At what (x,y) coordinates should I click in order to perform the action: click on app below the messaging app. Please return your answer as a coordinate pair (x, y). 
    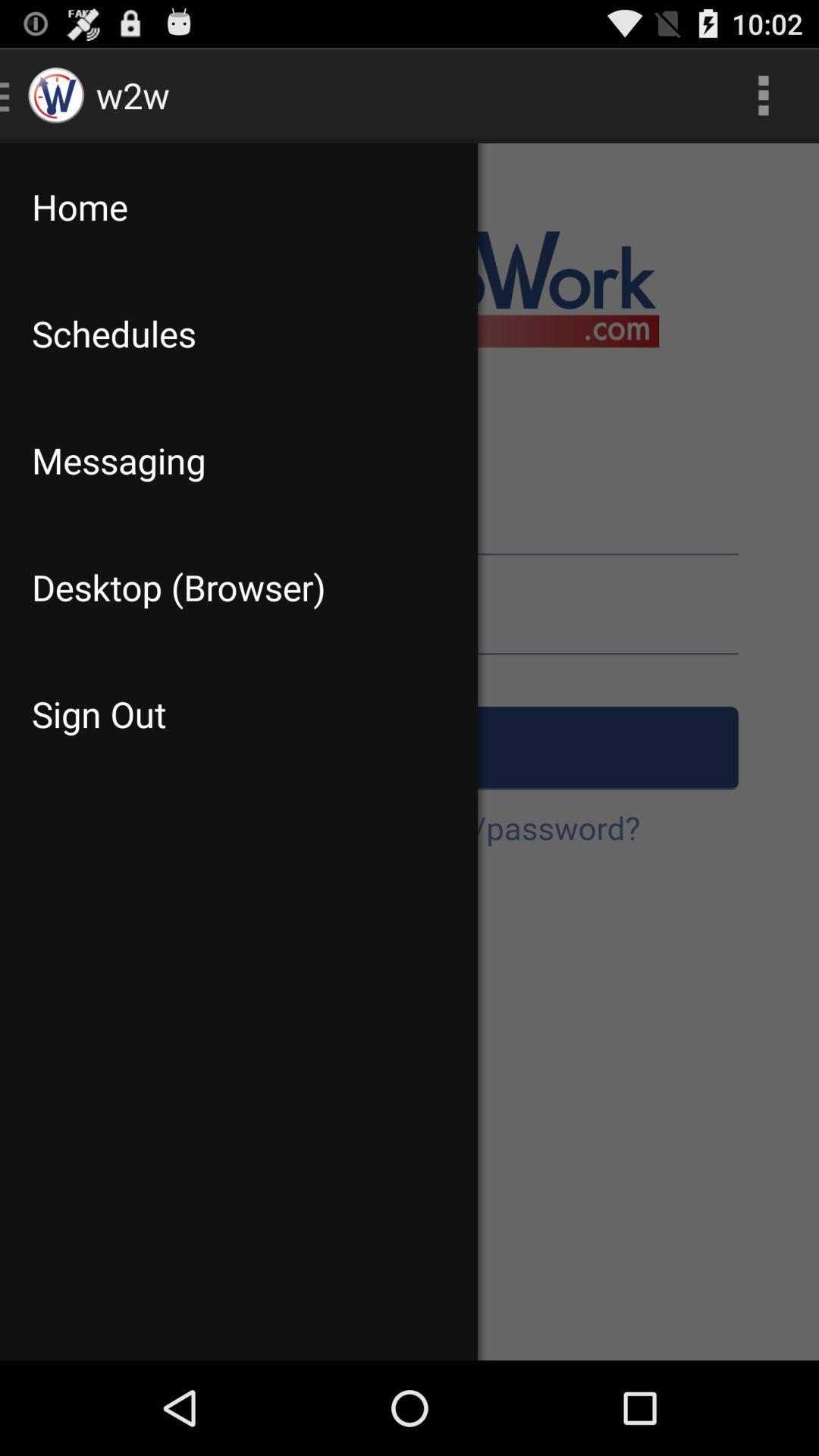
    Looking at the image, I should click on (239, 586).